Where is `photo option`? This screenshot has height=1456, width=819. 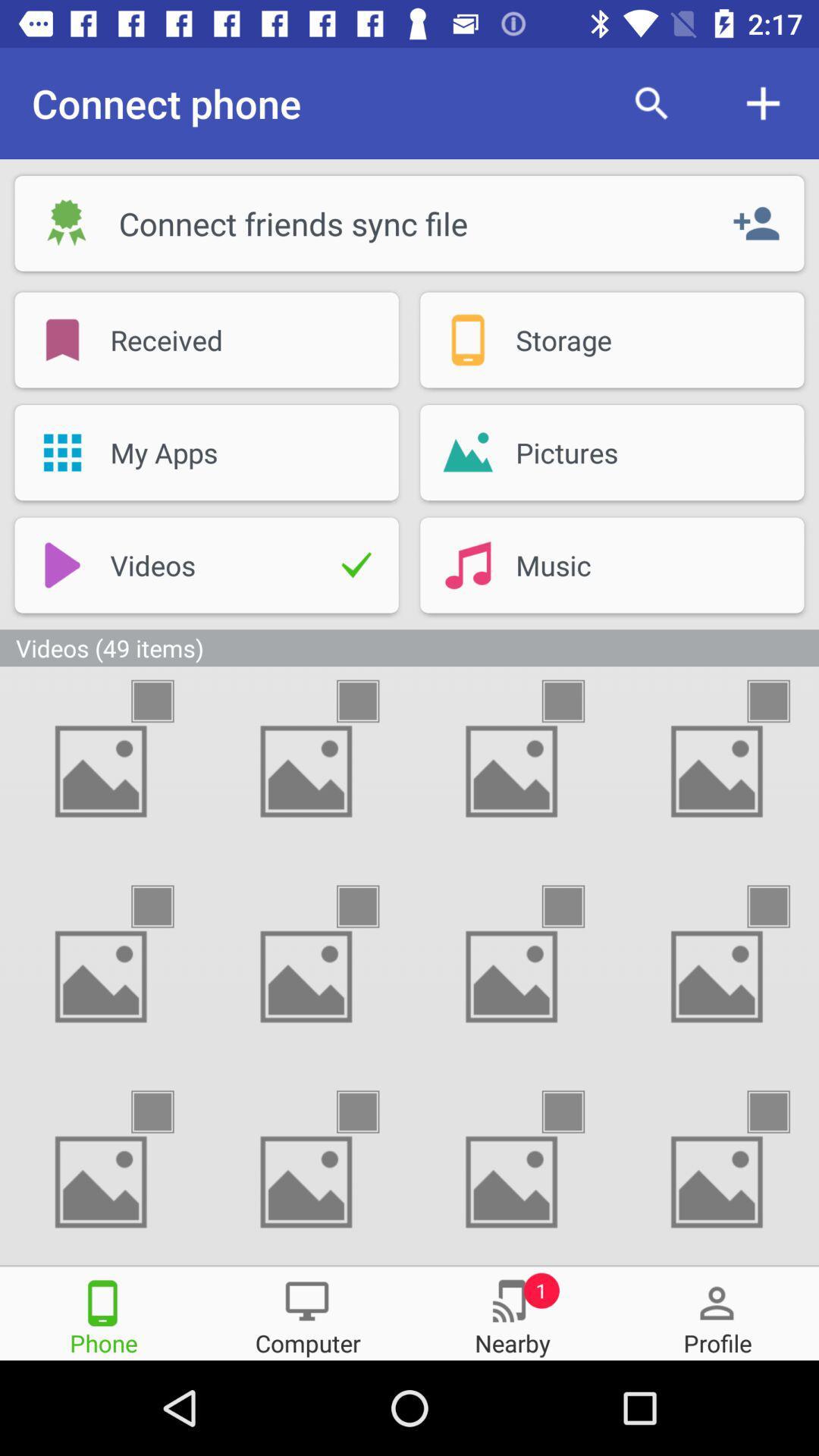 photo option is located at coordinates (372, 906).